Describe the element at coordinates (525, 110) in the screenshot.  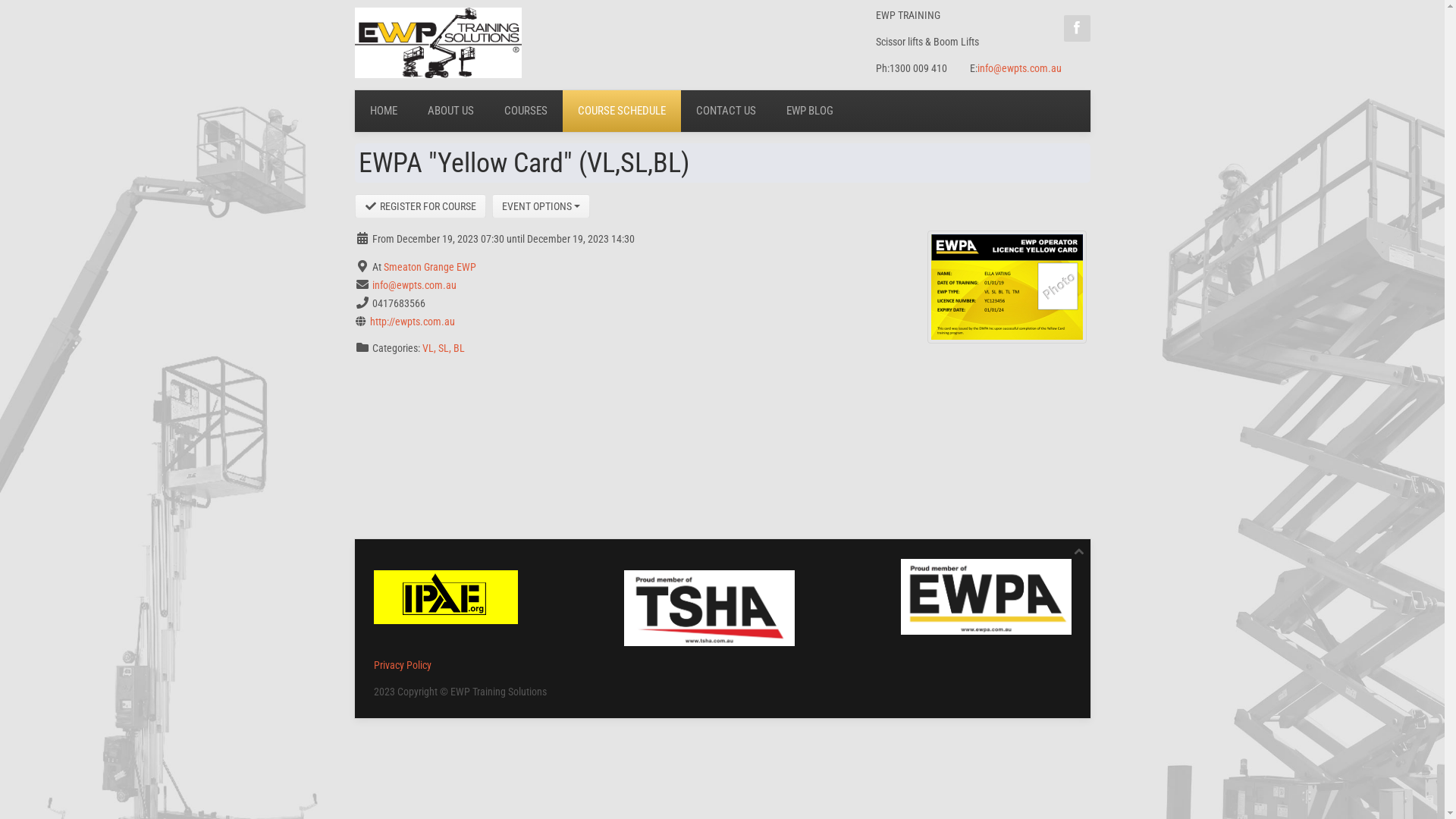
I see `'COURSES'` at that location.